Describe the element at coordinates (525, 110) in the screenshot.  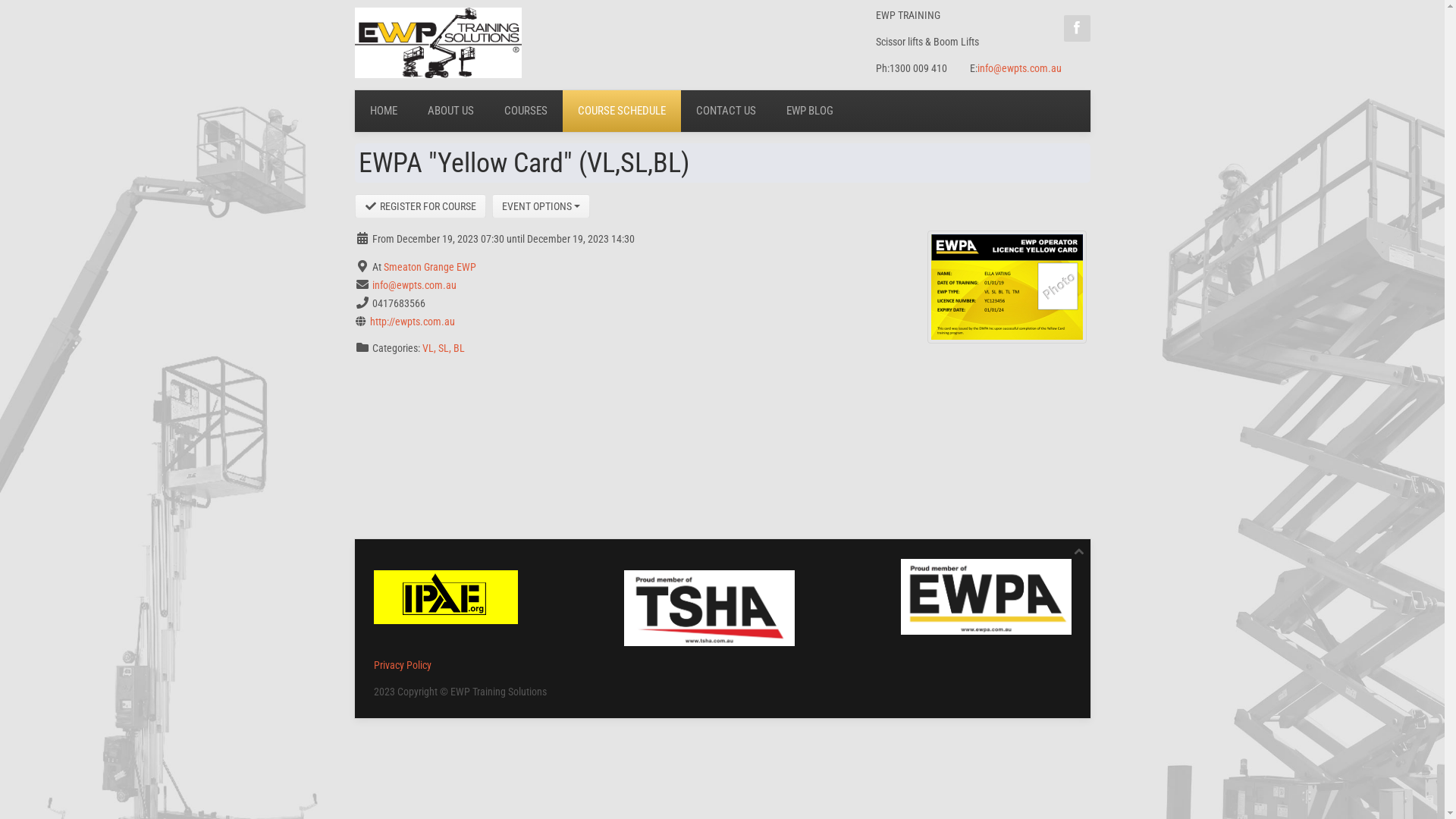
I see `'COURSES'` at that location.